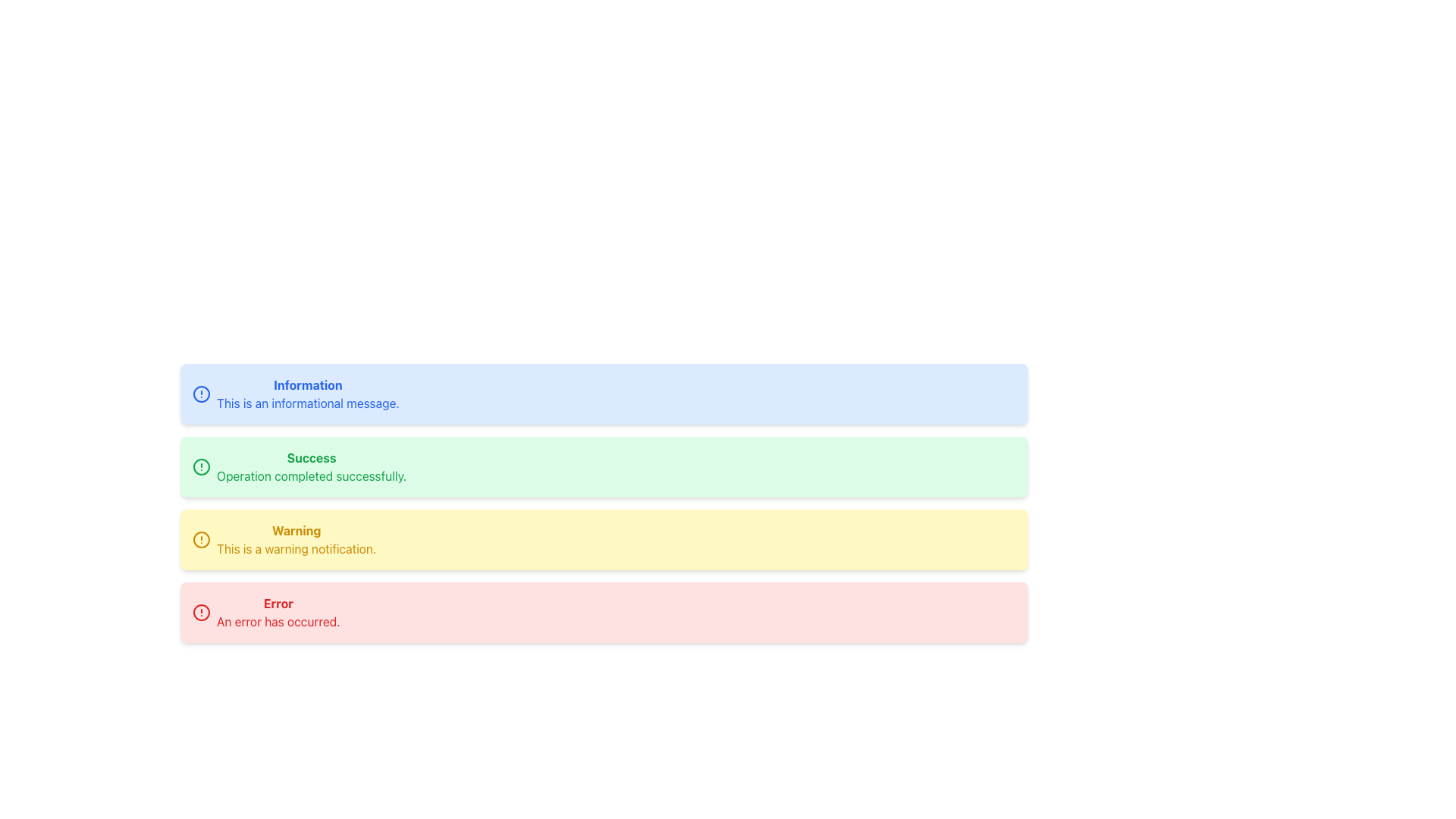 The image size is (1456, 819). What do you see at coordinates (200, 466) in the screenshot?
I see `the green circular icon with a ring and a vertical line, located to the left of the 'Success' text in the notification box indicating 'Operation completed successfully.'` at bounding box center [200, 466].